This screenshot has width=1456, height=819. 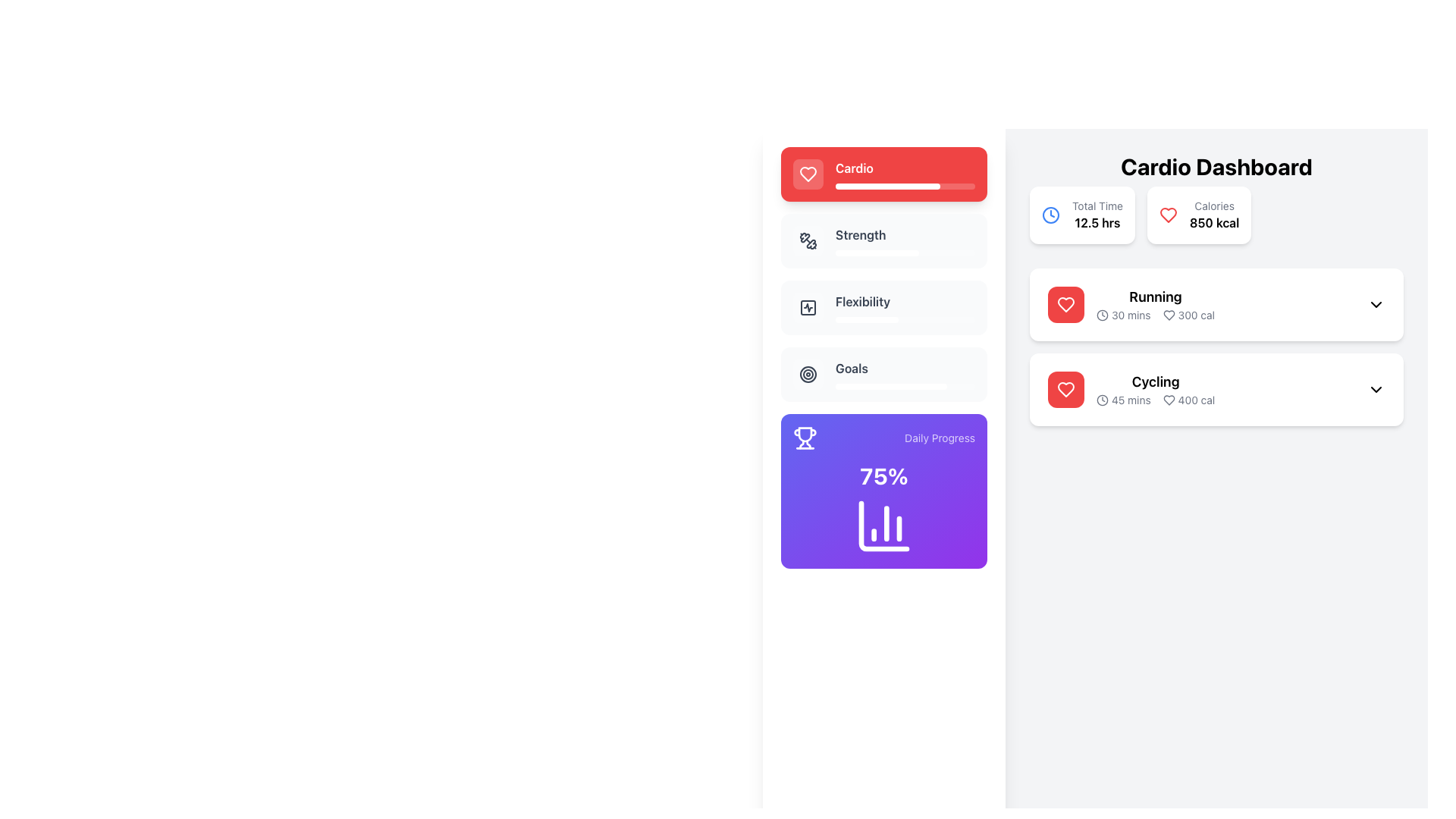 What do you see at coordinates (1065, 388) in the screenshot?
I see `the 'Cardio' category icon, which is represented by a heart icon located at the top of a red rectangular button labeled 'Cardio' in the left sidebar` at bounding box center [1065, 388].